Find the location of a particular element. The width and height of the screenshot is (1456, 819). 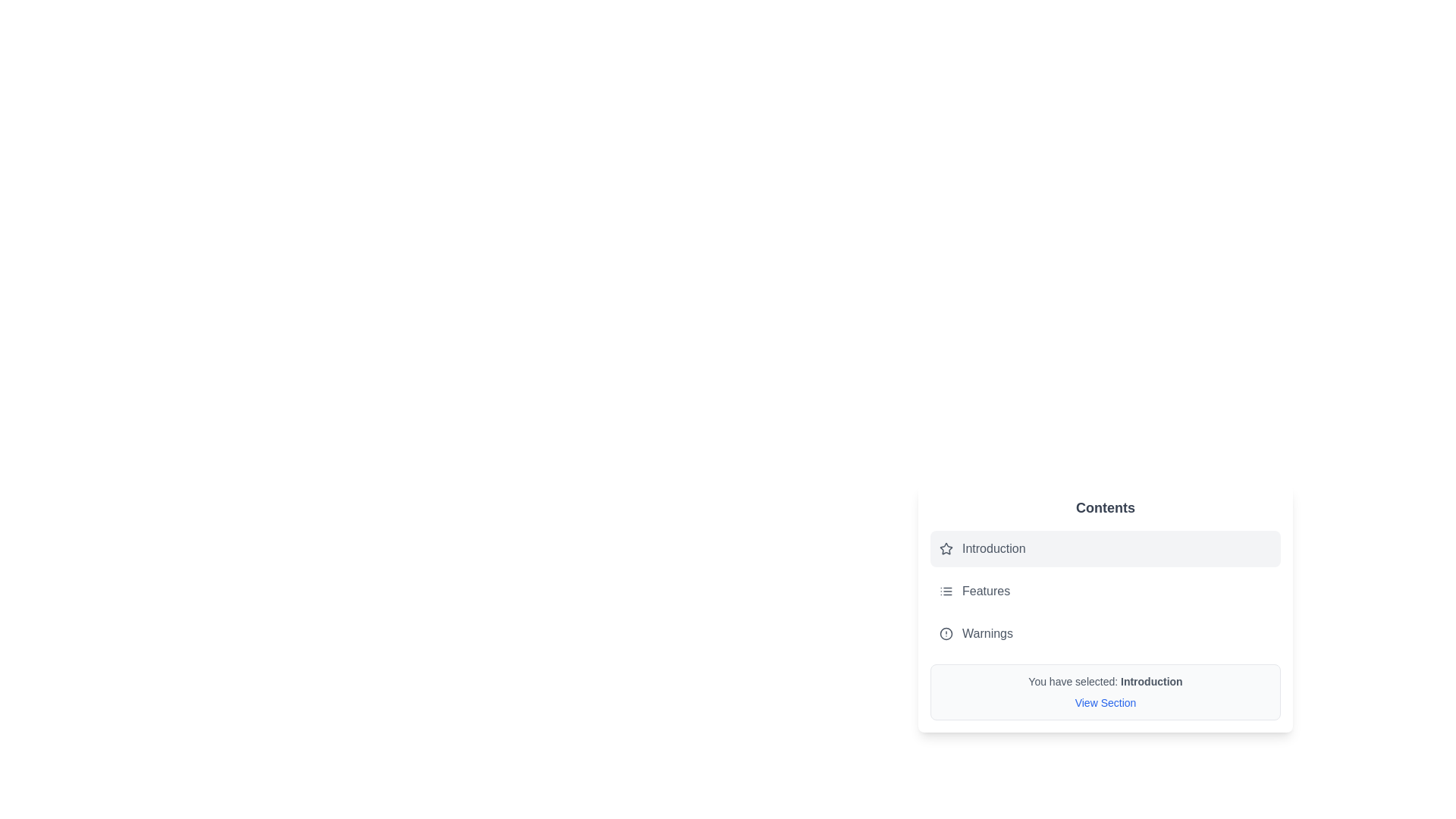

the SVG icon representing the 'Features' section, which is positioned to the left of the text label 'Features' is located at coordinates (946, 590).